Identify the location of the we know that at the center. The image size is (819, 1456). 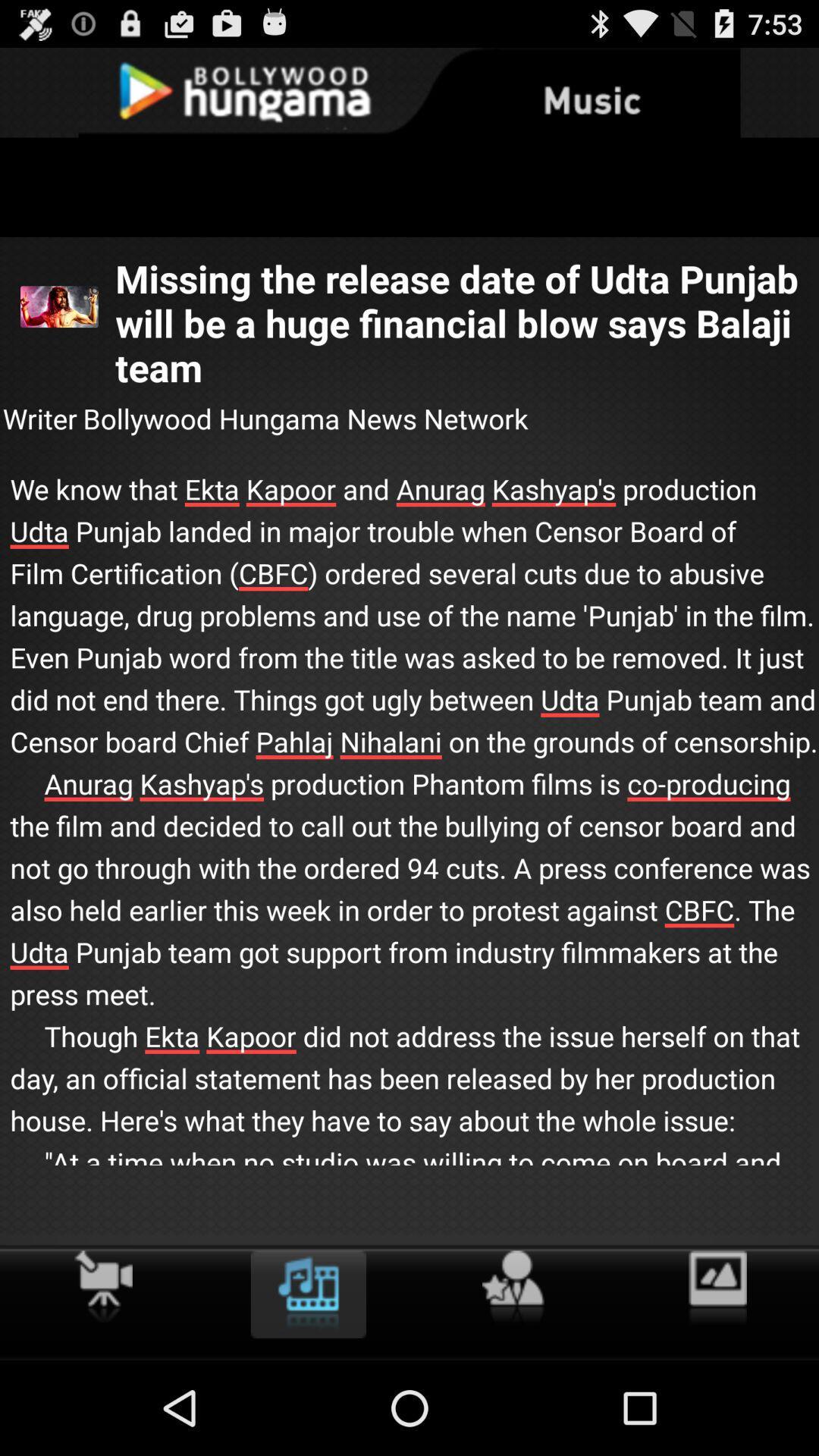
(409, 842).